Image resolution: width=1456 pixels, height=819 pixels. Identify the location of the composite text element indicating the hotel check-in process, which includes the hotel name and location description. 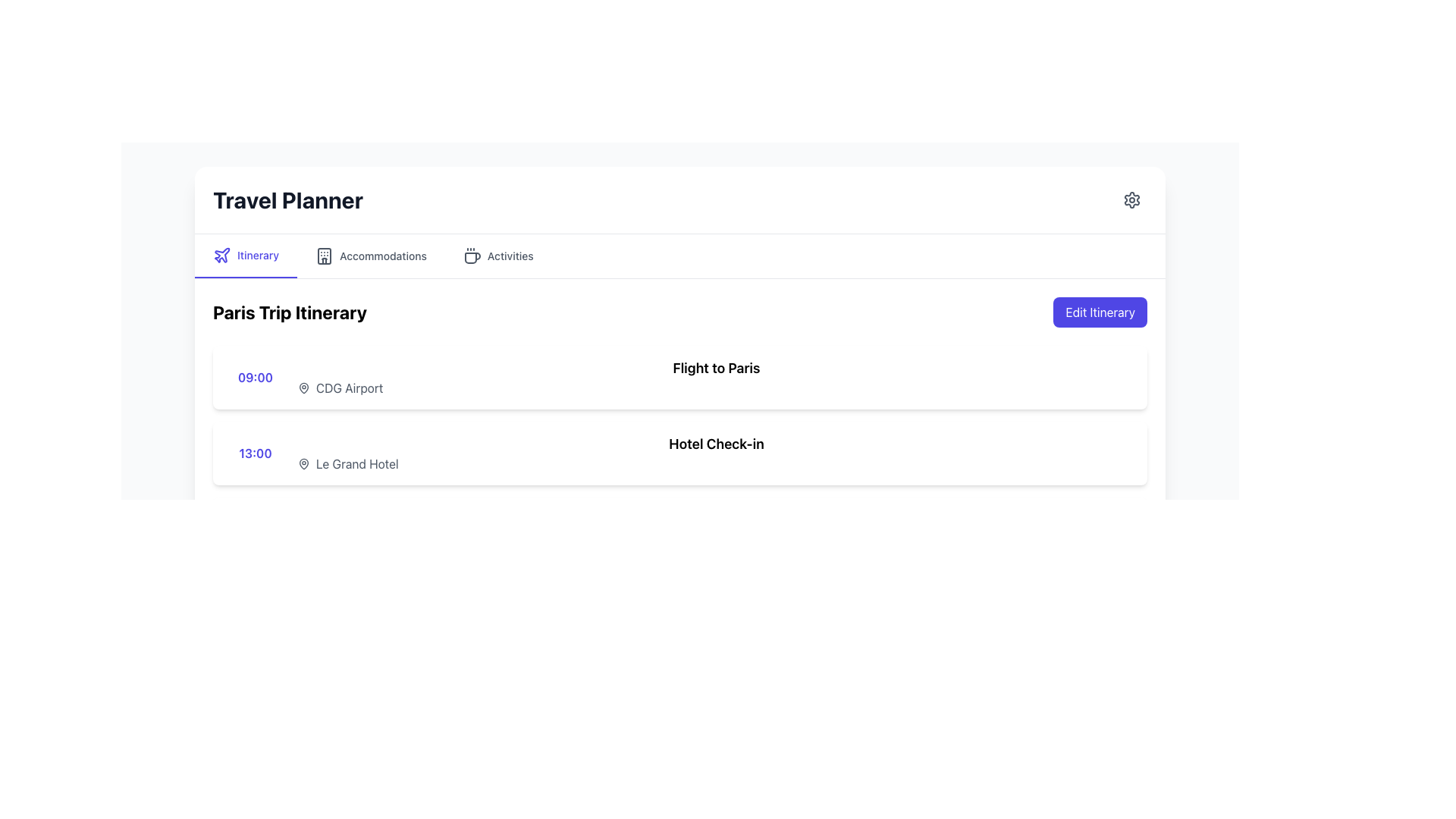
(716, 452).